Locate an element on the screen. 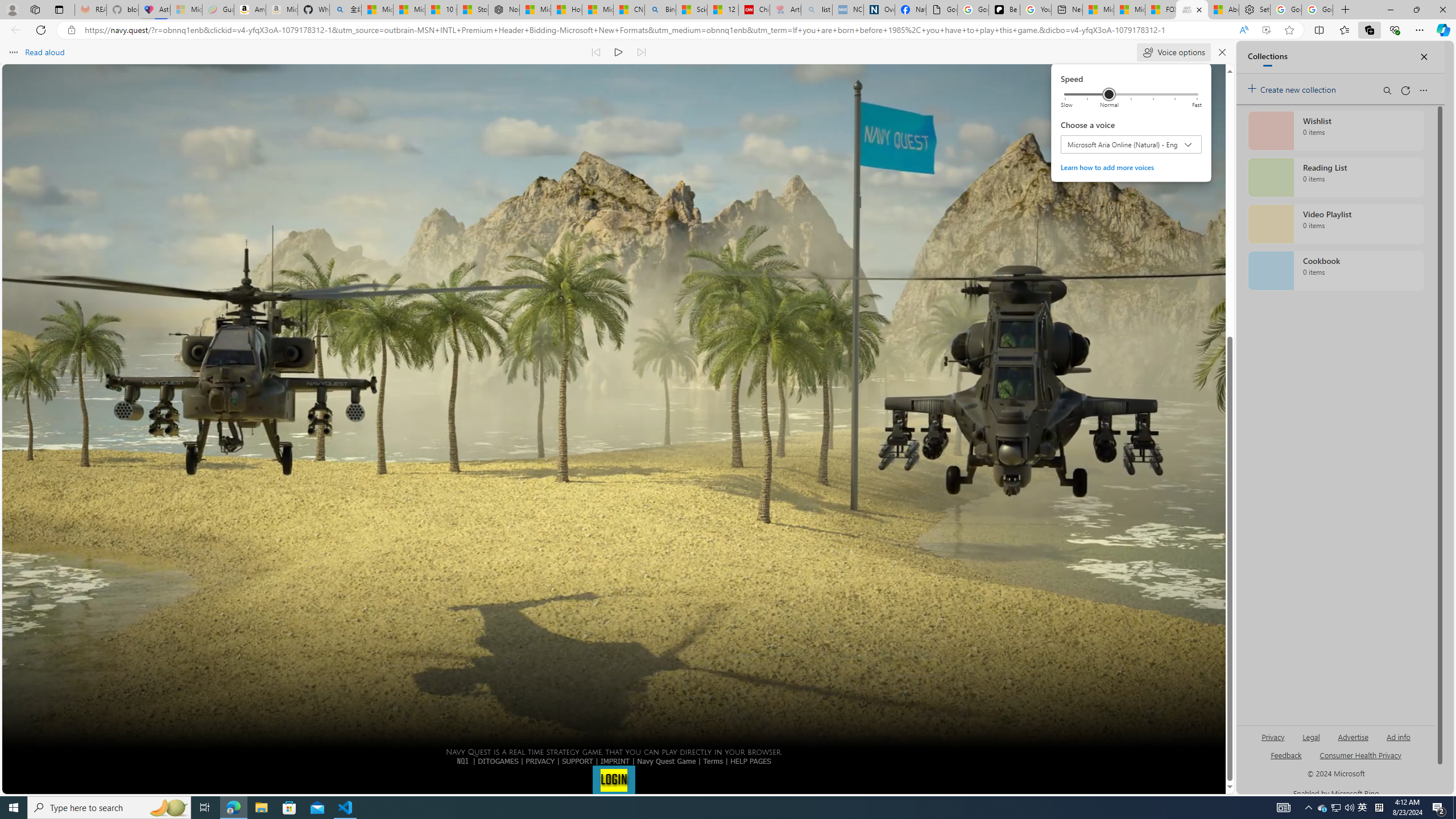 This screenshot has height=819, width=1456. 'Tray Input Indicator - Chinese (Simplified, China)' is located at coordinates (1379, 806).